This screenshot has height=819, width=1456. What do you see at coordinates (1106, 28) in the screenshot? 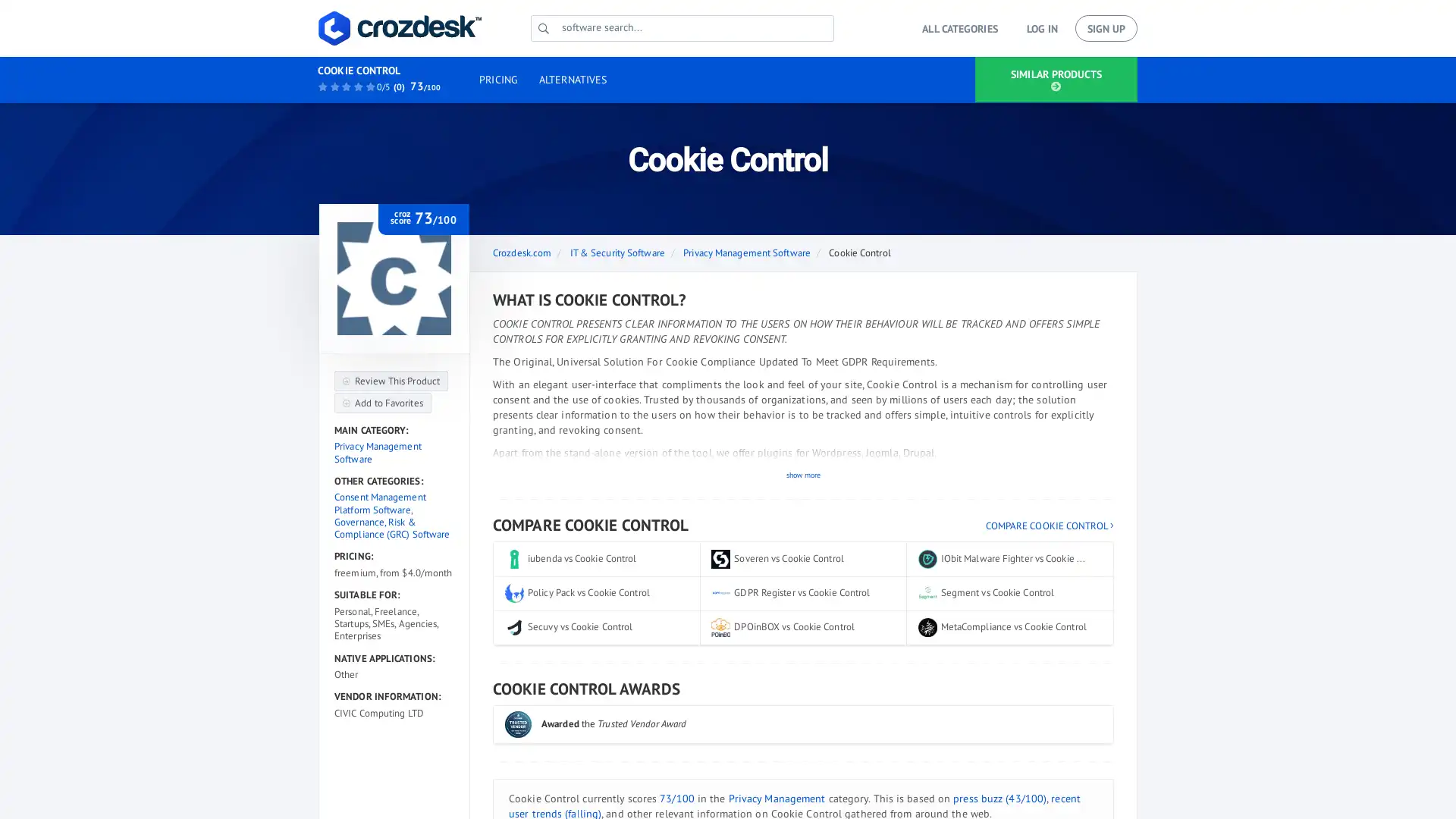
I see `SIGN UP` at bounding box center [1106, 28].